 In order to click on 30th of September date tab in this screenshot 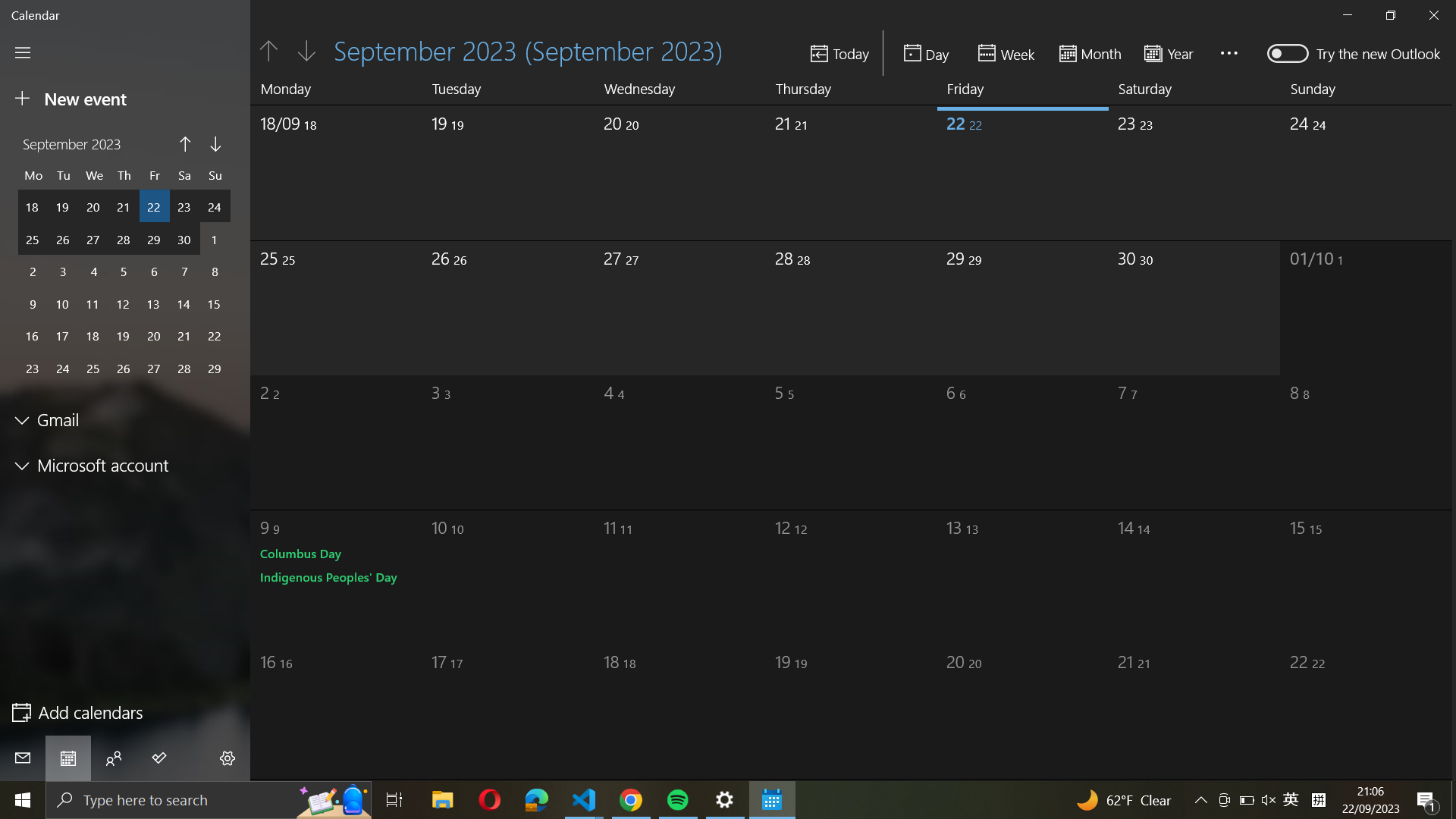, I will do `click(1195, 167)`.